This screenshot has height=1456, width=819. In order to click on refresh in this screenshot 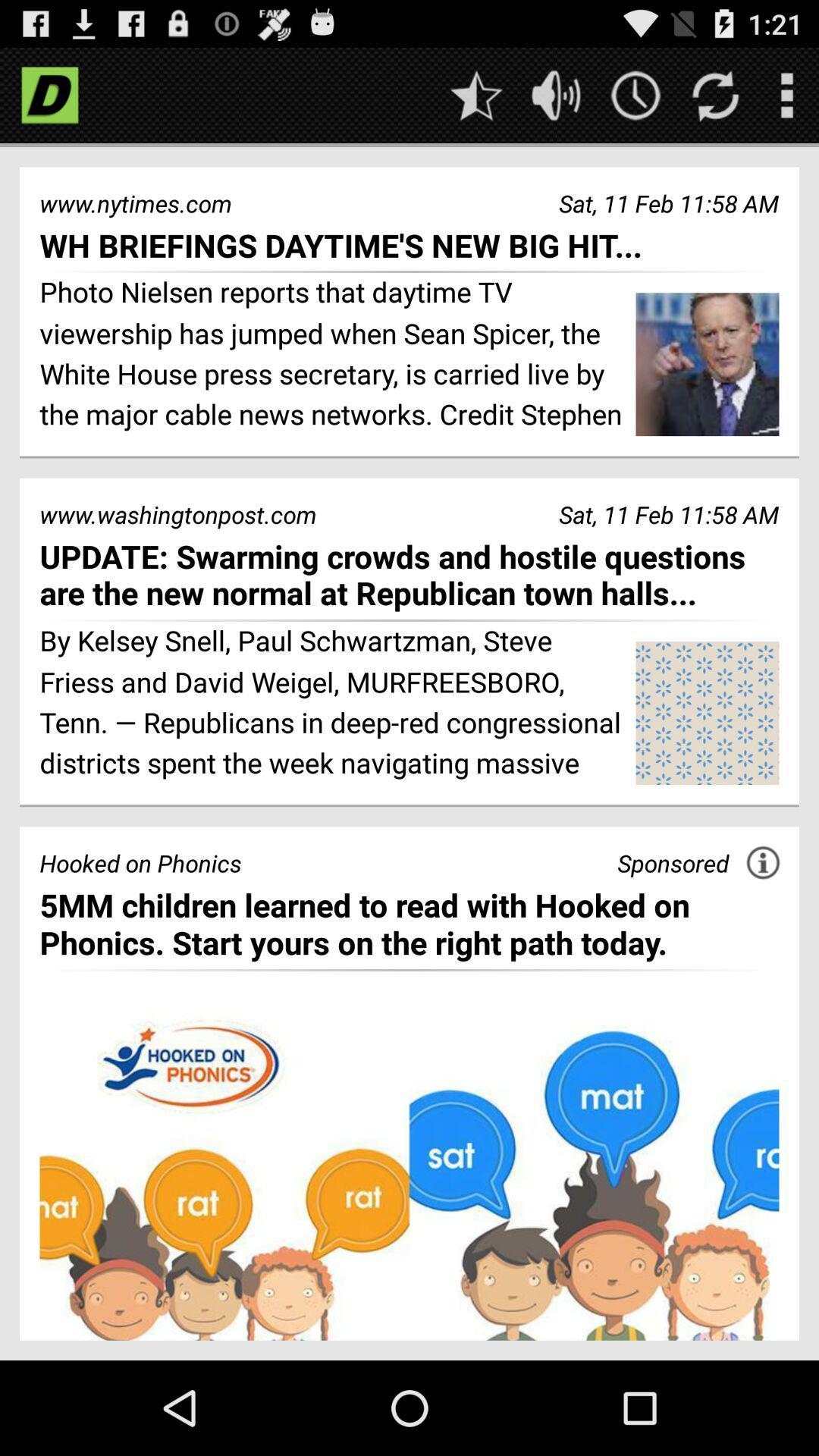, I will do `click(715, 94)`.